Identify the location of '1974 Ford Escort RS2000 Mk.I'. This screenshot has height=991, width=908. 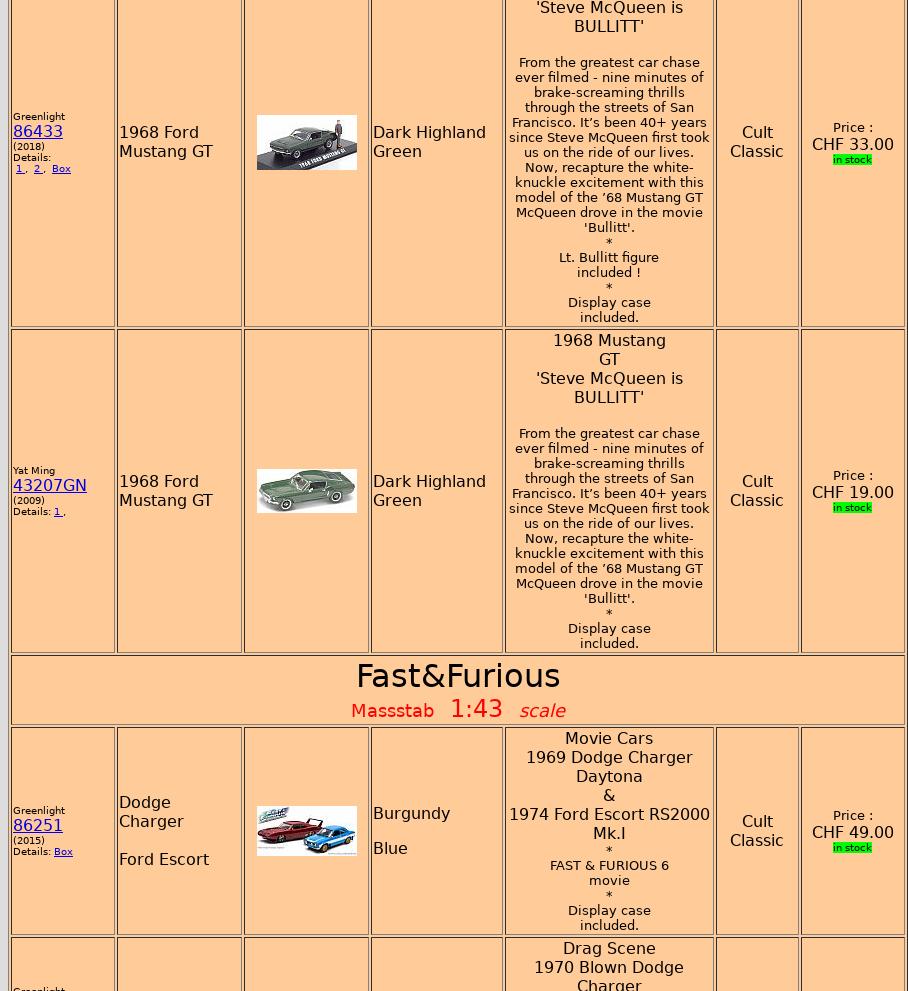
(607, 822).